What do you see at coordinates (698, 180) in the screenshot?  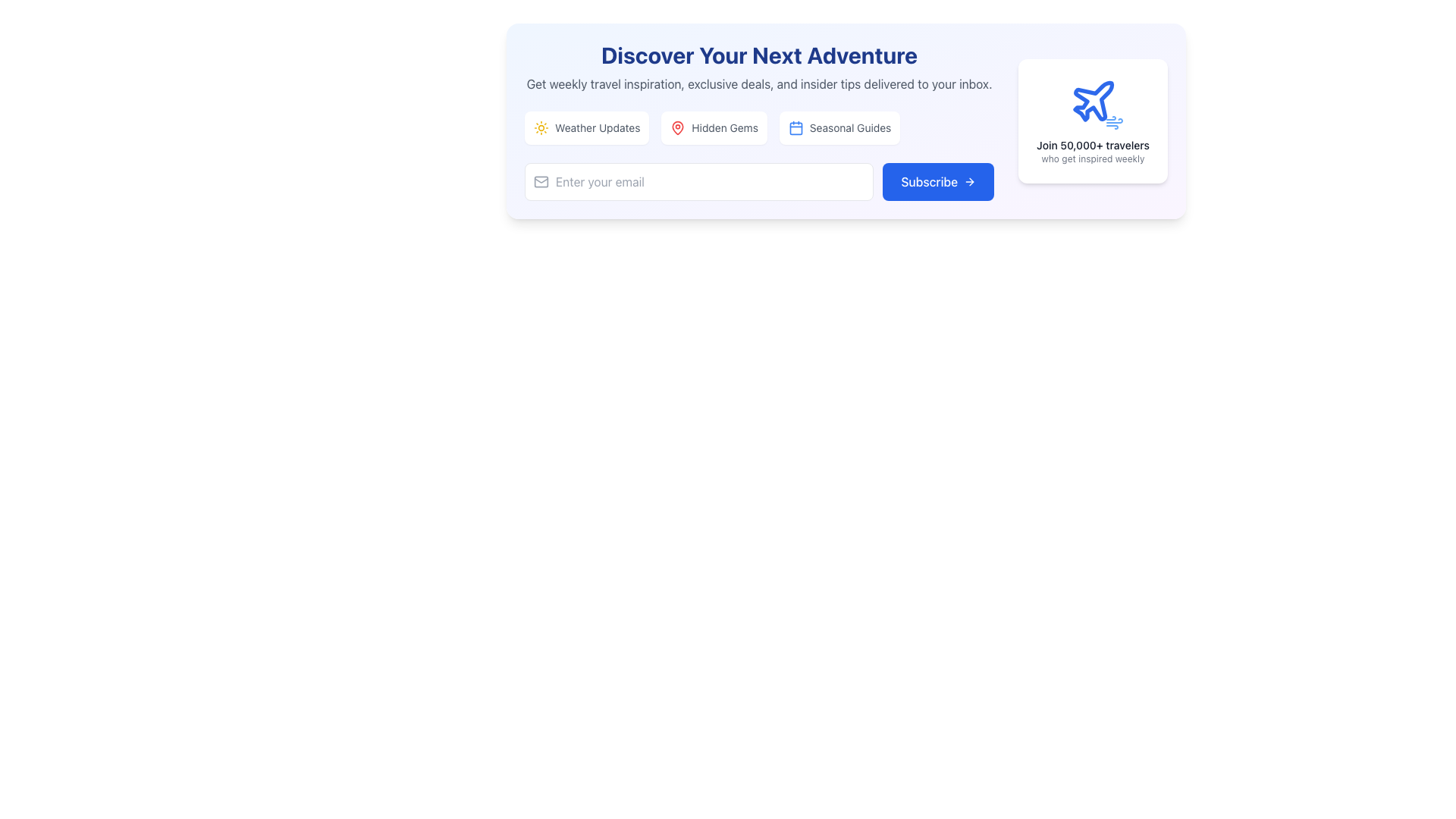 I see `the email input field to focus it, which is located to the left of the 'Subscribe' button in the center of its section` at bounding box center [698, 180].